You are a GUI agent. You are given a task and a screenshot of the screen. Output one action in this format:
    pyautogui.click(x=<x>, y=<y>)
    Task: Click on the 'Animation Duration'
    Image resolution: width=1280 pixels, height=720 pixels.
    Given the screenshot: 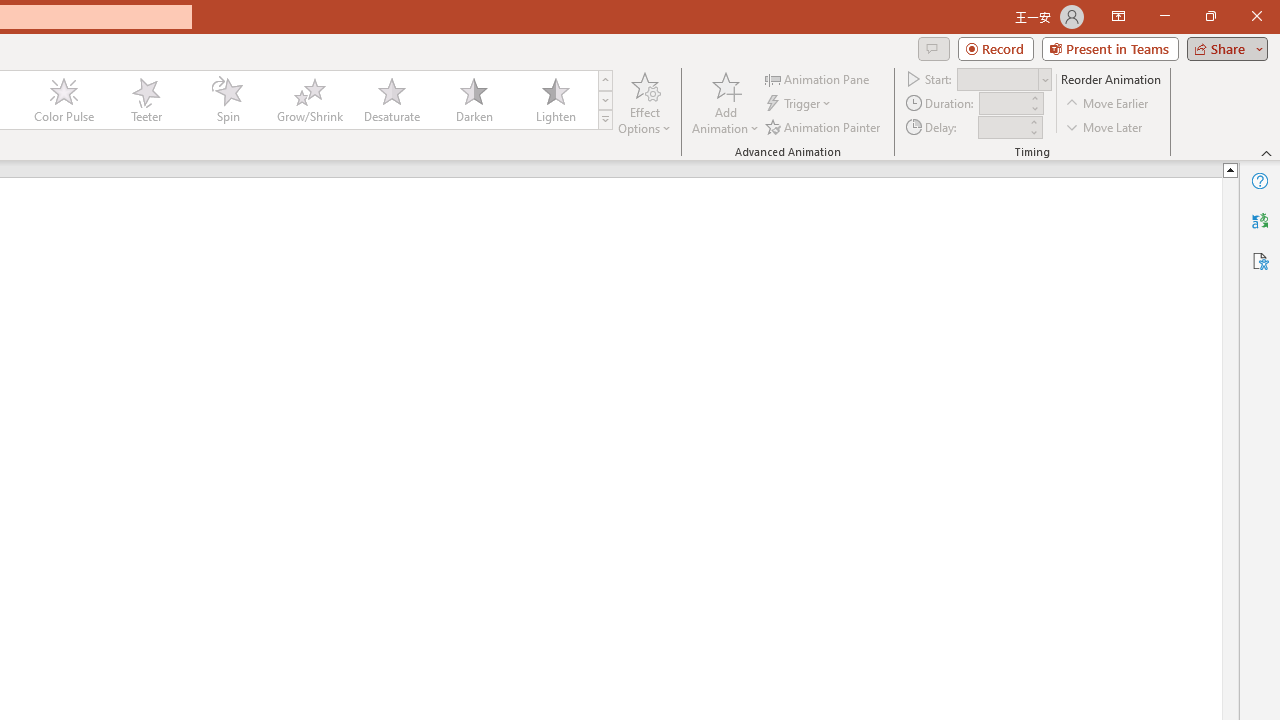 What is the action you would take?
    pyautogui.click(x=1003, y=103)
    